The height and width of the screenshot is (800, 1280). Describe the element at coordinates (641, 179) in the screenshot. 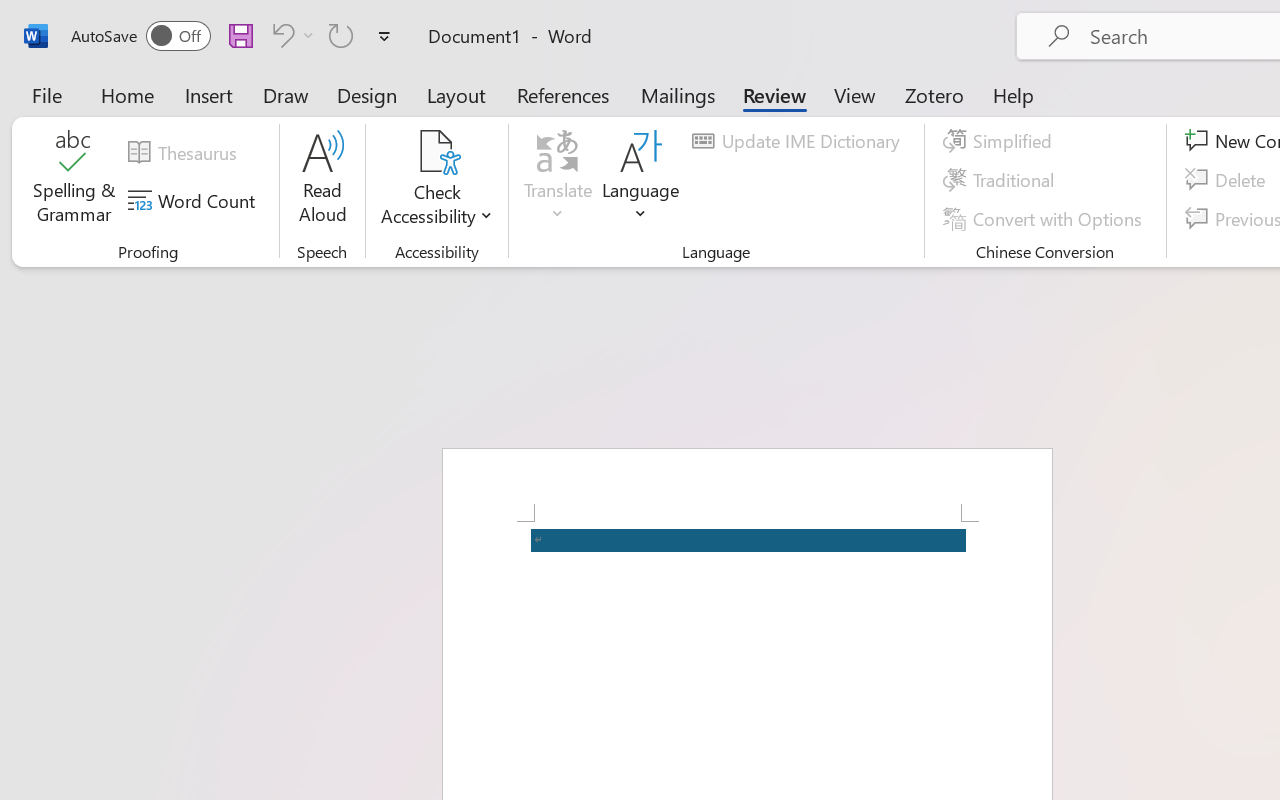

I see `'Language'` at that location.